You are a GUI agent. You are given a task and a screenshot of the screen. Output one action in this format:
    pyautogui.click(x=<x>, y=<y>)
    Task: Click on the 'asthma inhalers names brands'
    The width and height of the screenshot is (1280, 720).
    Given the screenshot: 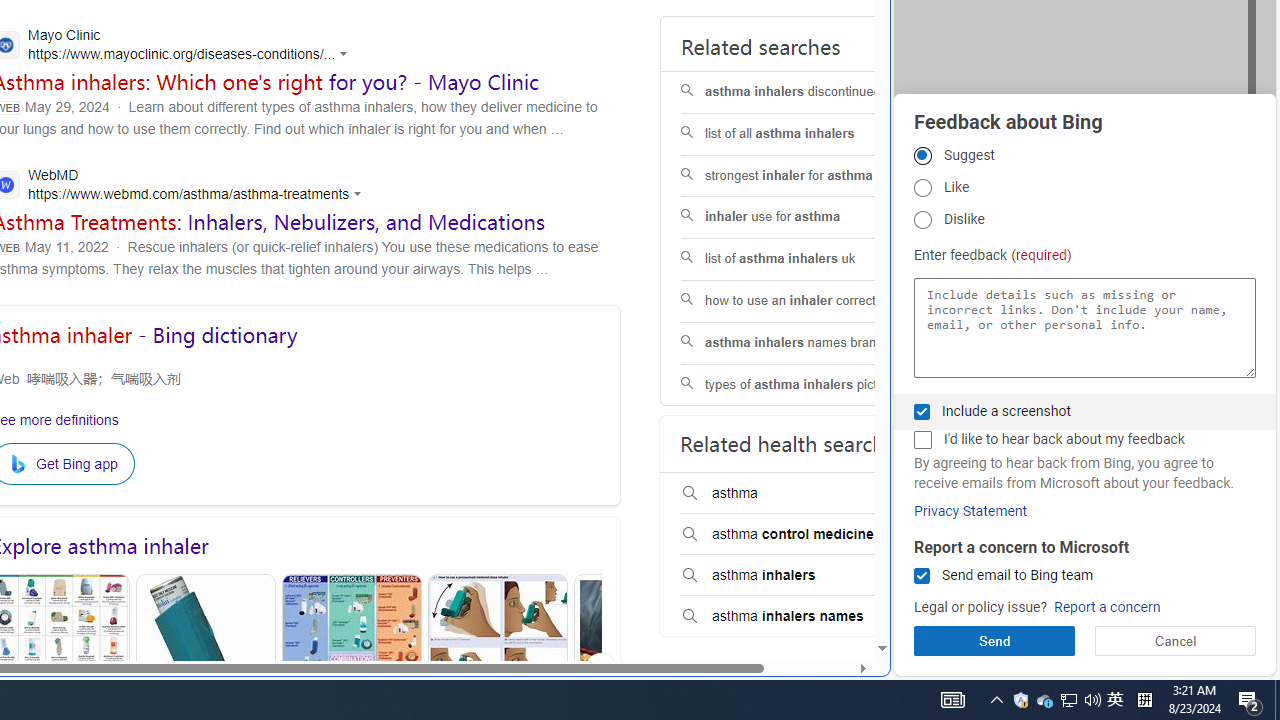 What is the action you would take?
    pyautogui.click(x=807, y=342)
    